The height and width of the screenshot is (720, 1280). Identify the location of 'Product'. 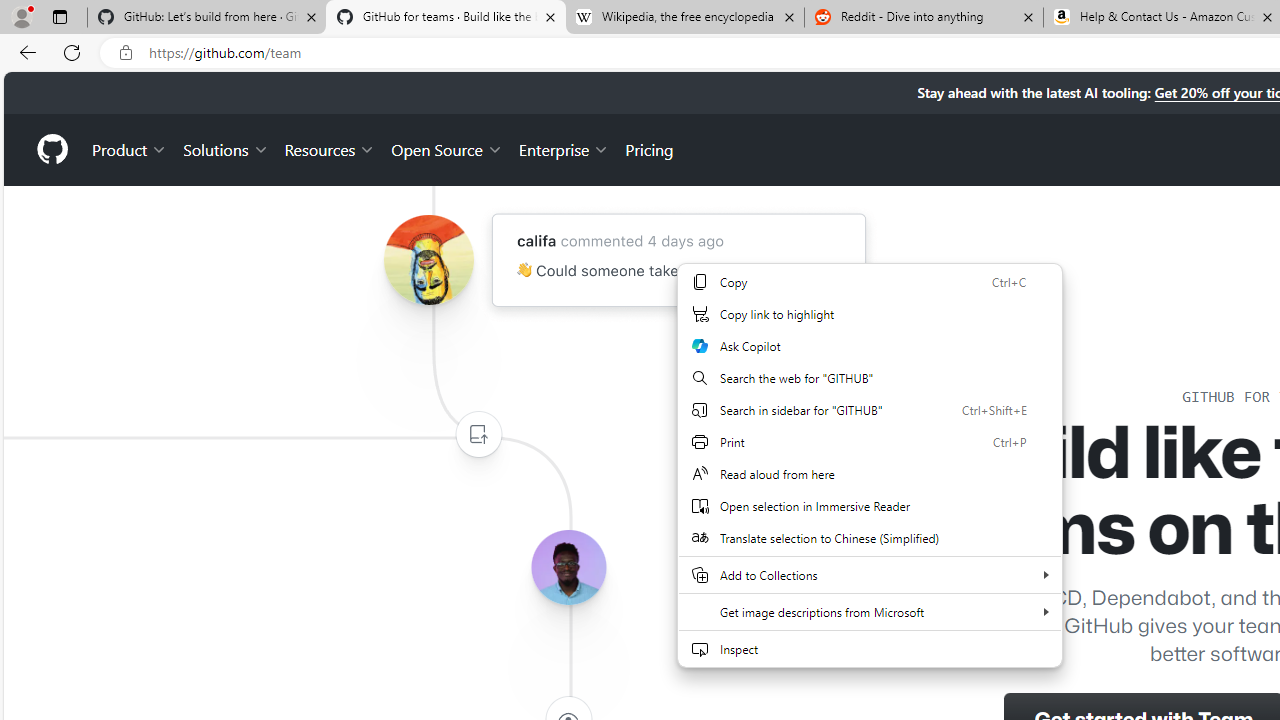
(129, 148).